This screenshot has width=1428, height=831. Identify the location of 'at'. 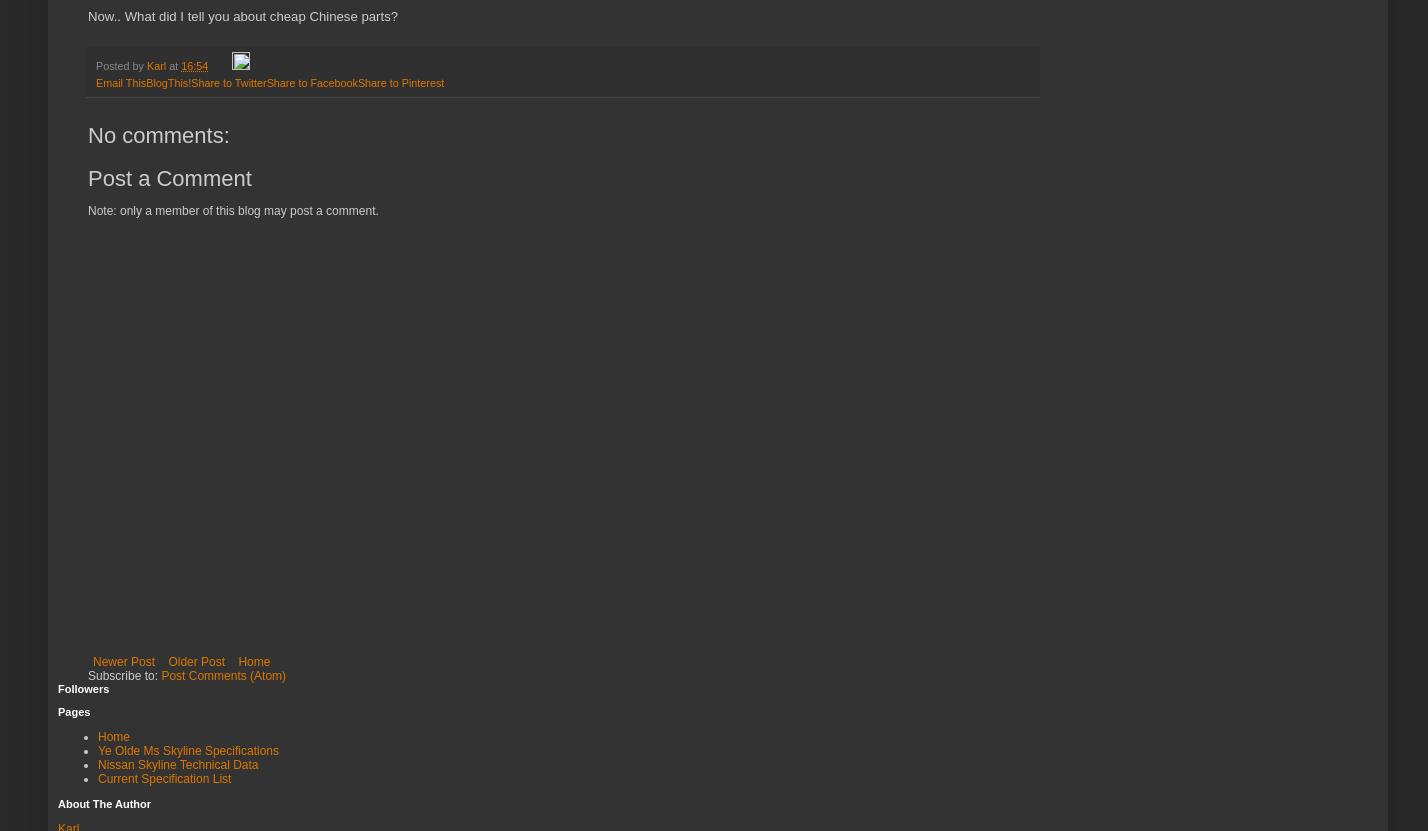
(174, 63).